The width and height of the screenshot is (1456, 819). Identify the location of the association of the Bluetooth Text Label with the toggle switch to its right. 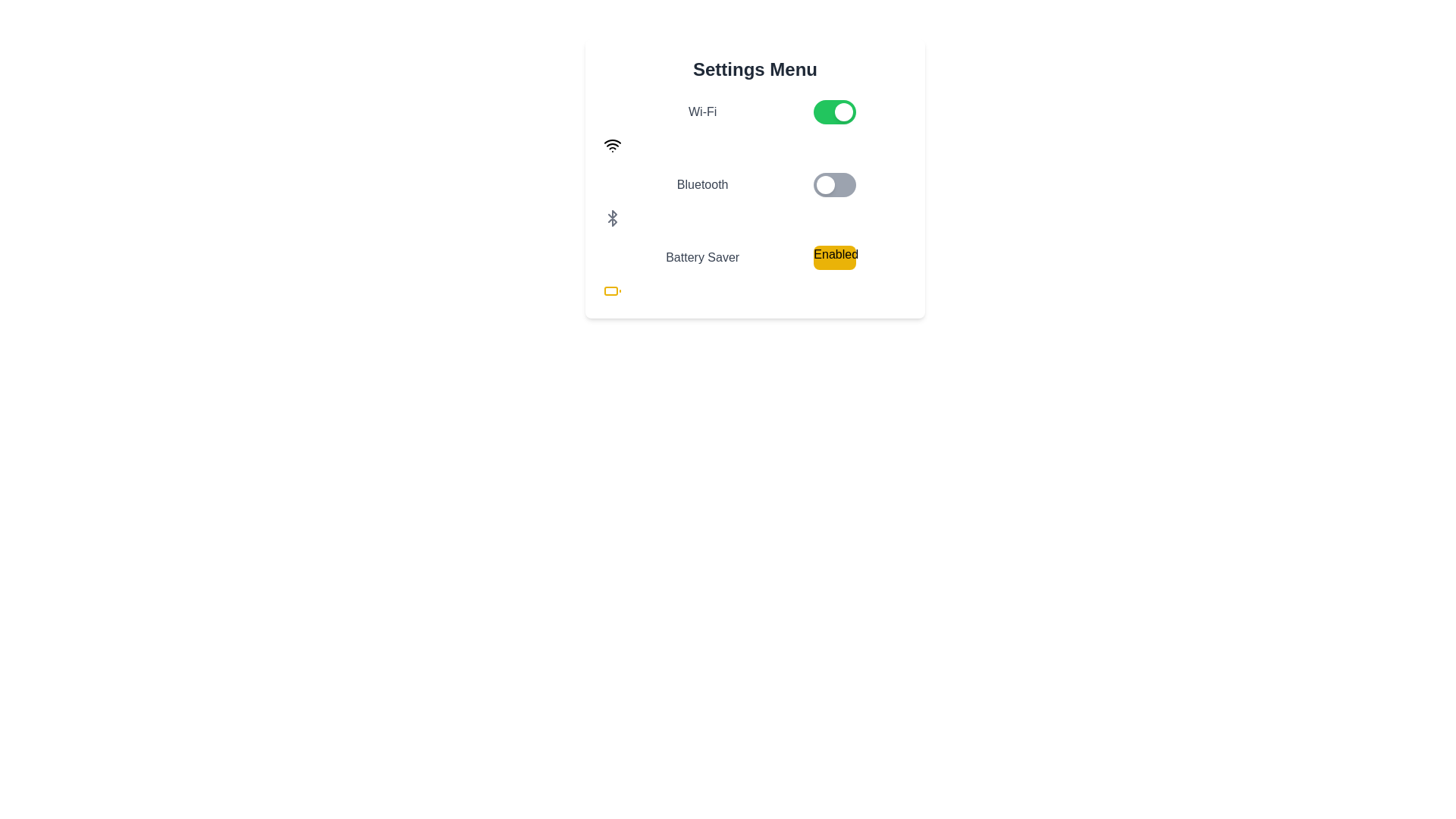
(701, 184).